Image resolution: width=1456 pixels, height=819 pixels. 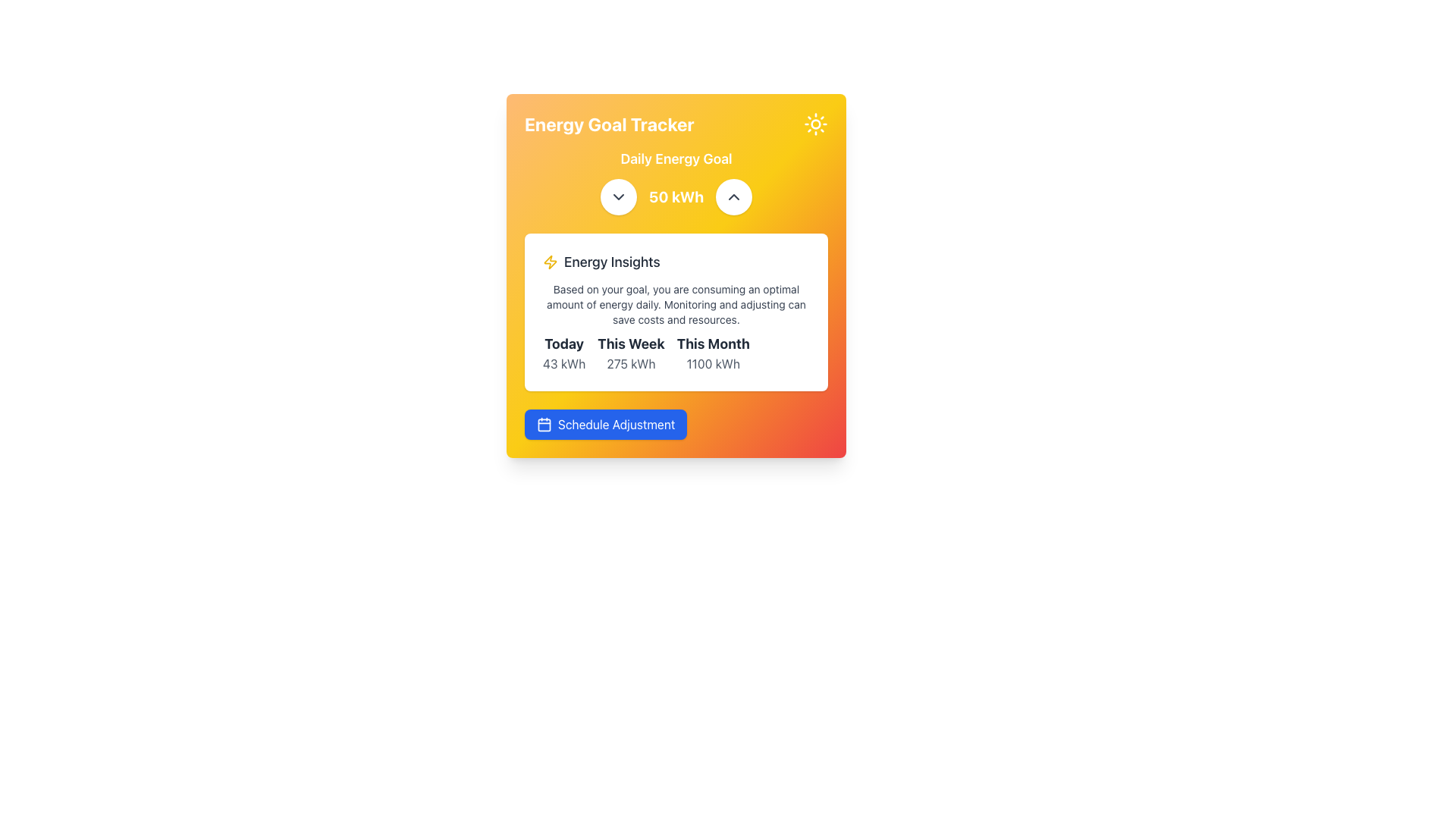 What do you see at coordinates (676, 124) in the screenshot?
I see `the title text element located at the uppermost section of the card, above the 'Daily Energy Goal' element` at bounding box center [676, 124].